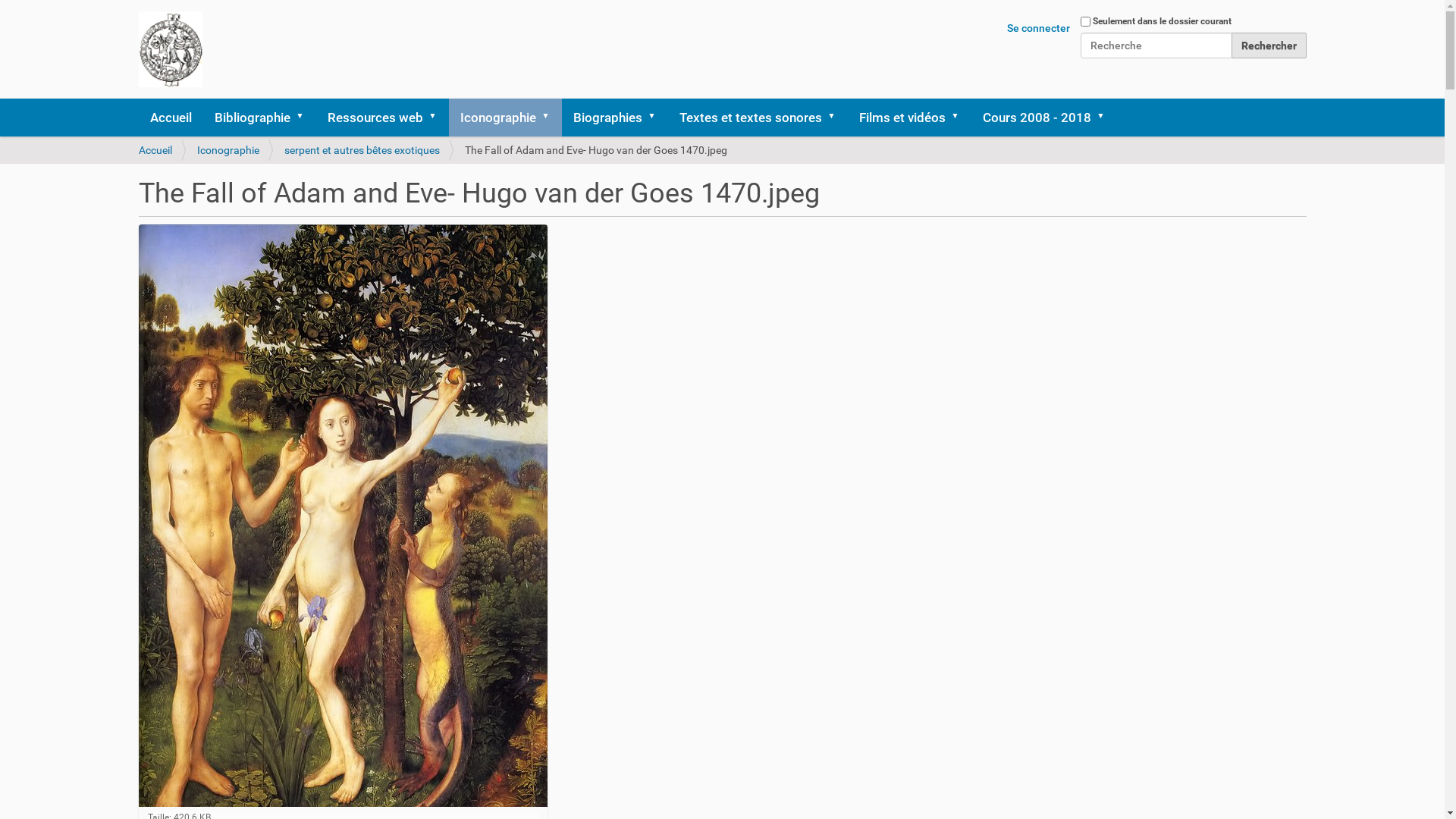 This screenshot has height=819, width=1456. Describe the element at coordinates (1269, 45) in the screenshot. I see `'Rechercher'` at that location.